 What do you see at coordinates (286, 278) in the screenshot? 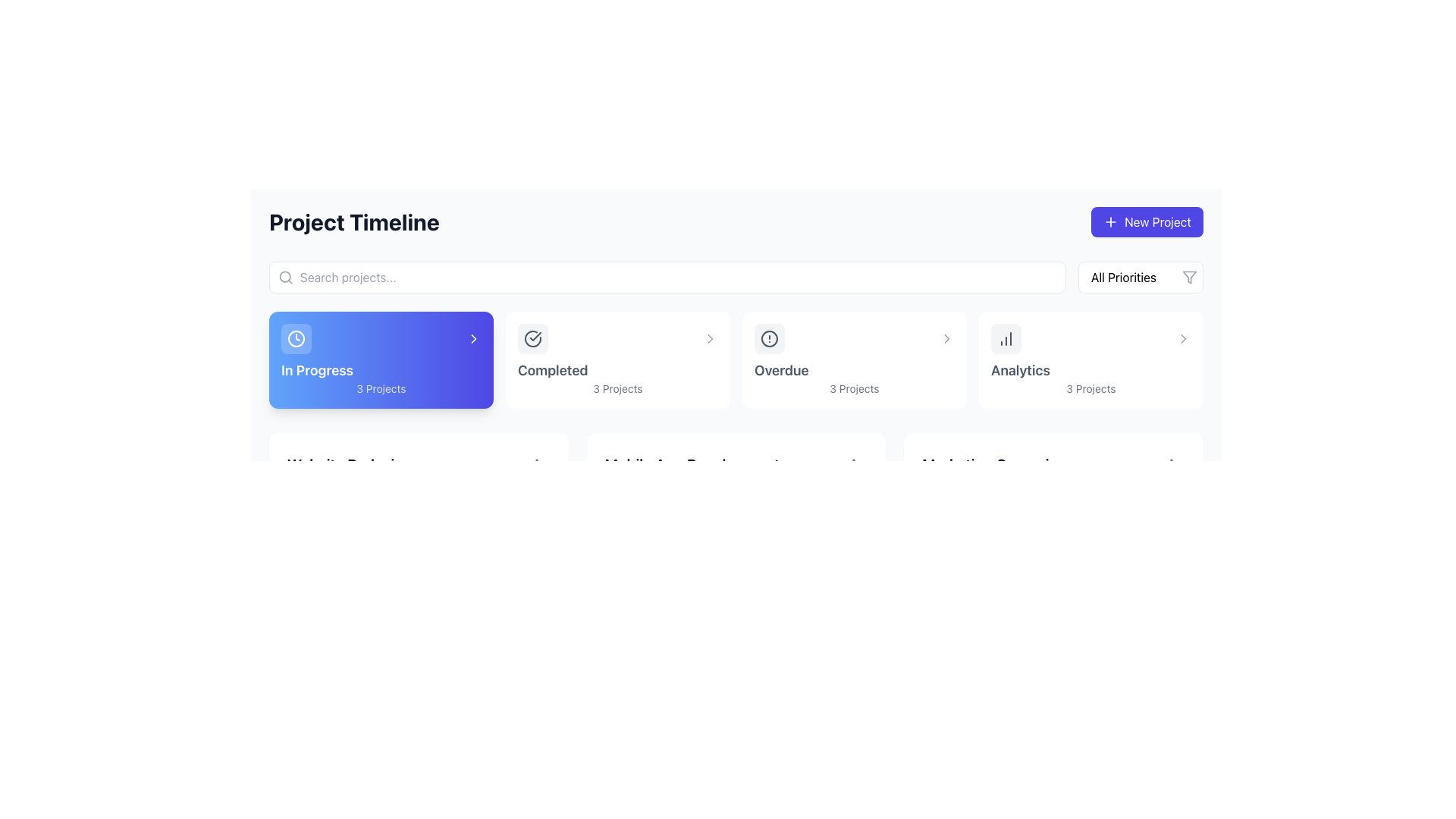
I see `the search icon, which is a light gray magnifying glass with a thin, rounded outline, located on the left side of the input field aligned with the placeholder text 'Search projects...'` at bounding box center [286, 278].